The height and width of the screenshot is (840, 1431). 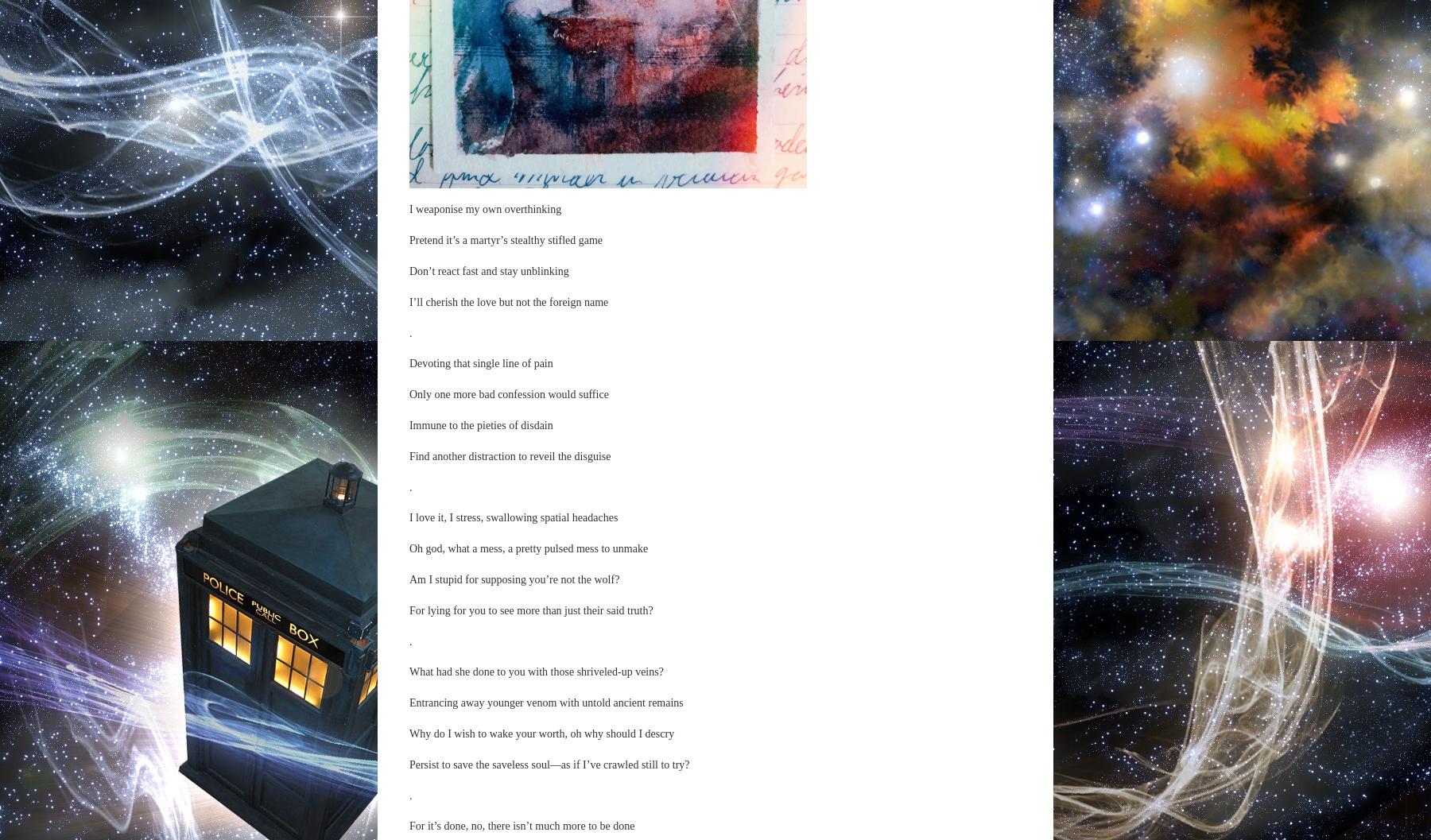 What do you see at coordinates (540, 734) in the screenshot?
I see `'Why do I wish to wake your worth, oh why should I descry'` at bounding box center [540, 734].